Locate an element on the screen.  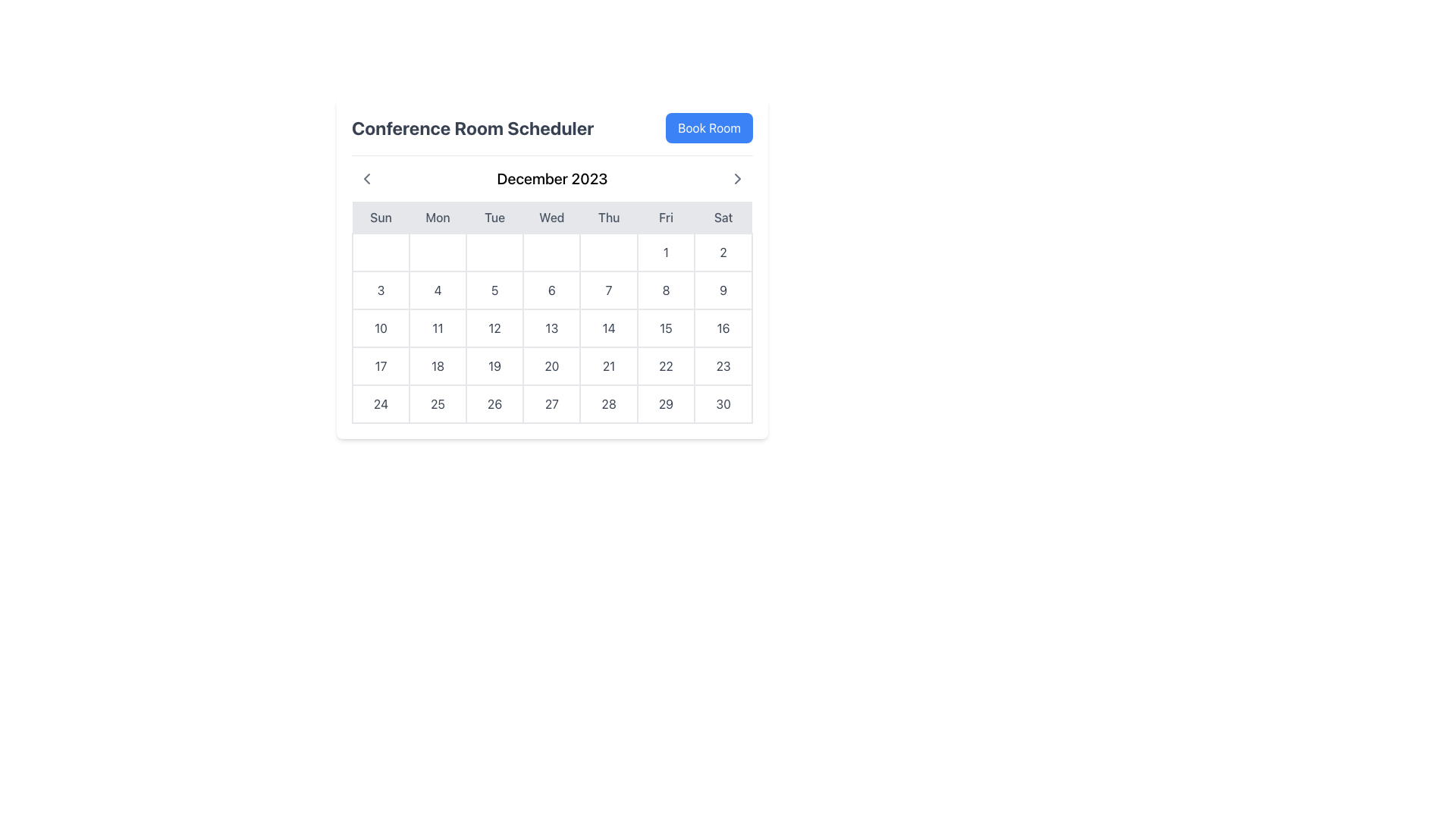
the calendar date cell displaying the number '6' is located at coordinates (551, 290).